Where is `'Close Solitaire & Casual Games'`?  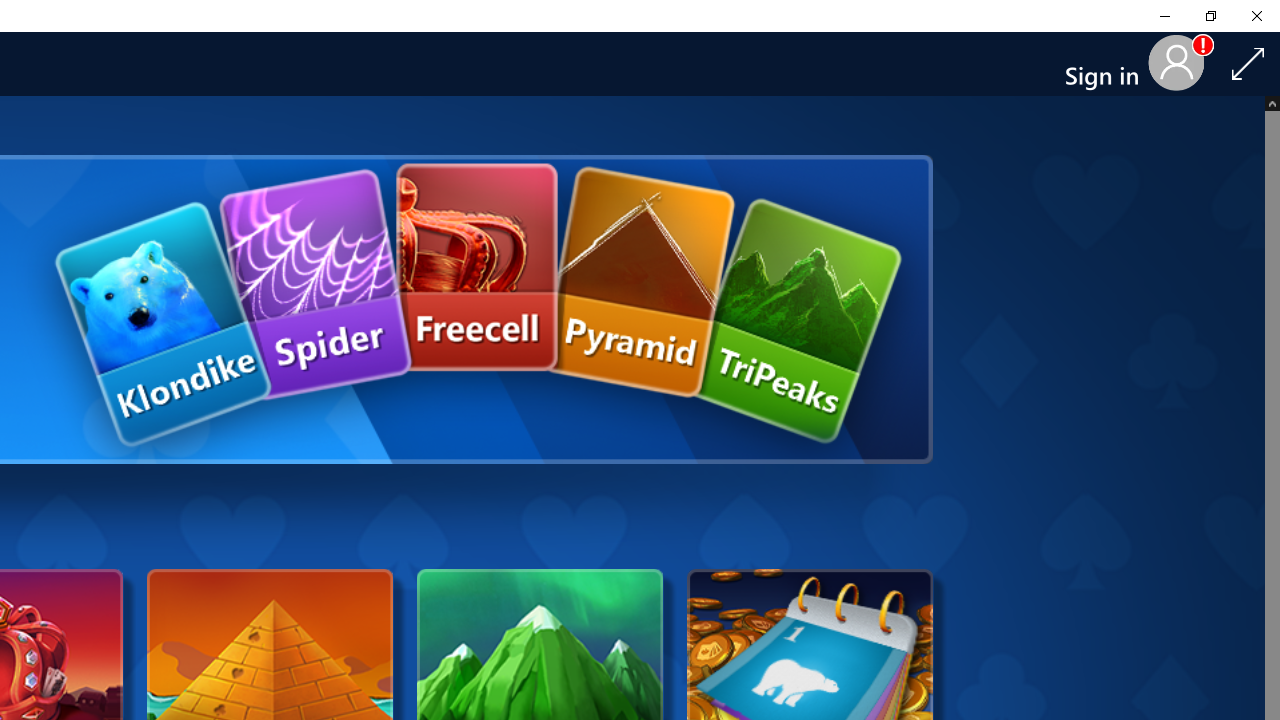
'Close Solitaire & Casual Games' is located at coordinates (1255, 15).